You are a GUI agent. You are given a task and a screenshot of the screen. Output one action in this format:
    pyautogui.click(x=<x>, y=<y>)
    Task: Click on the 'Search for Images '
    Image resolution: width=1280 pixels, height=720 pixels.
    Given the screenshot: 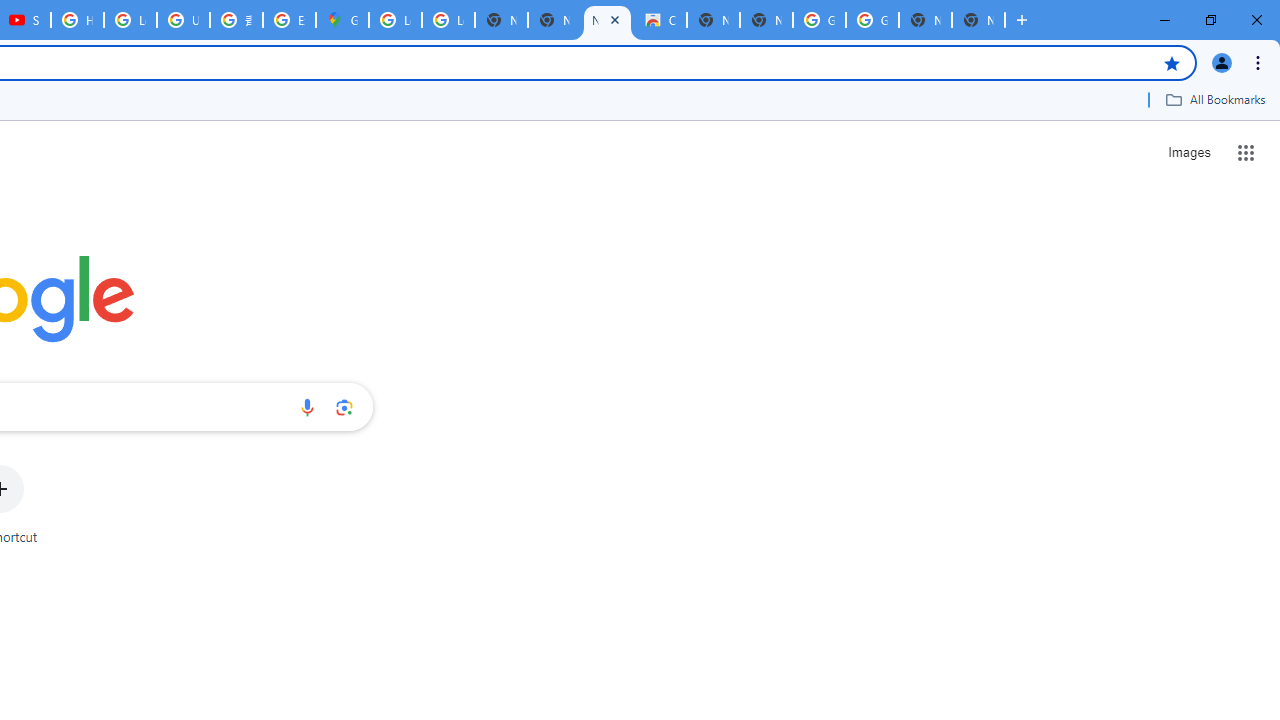 What is the action you would take?
    pyautogui.click(x=1189, y=152)
    